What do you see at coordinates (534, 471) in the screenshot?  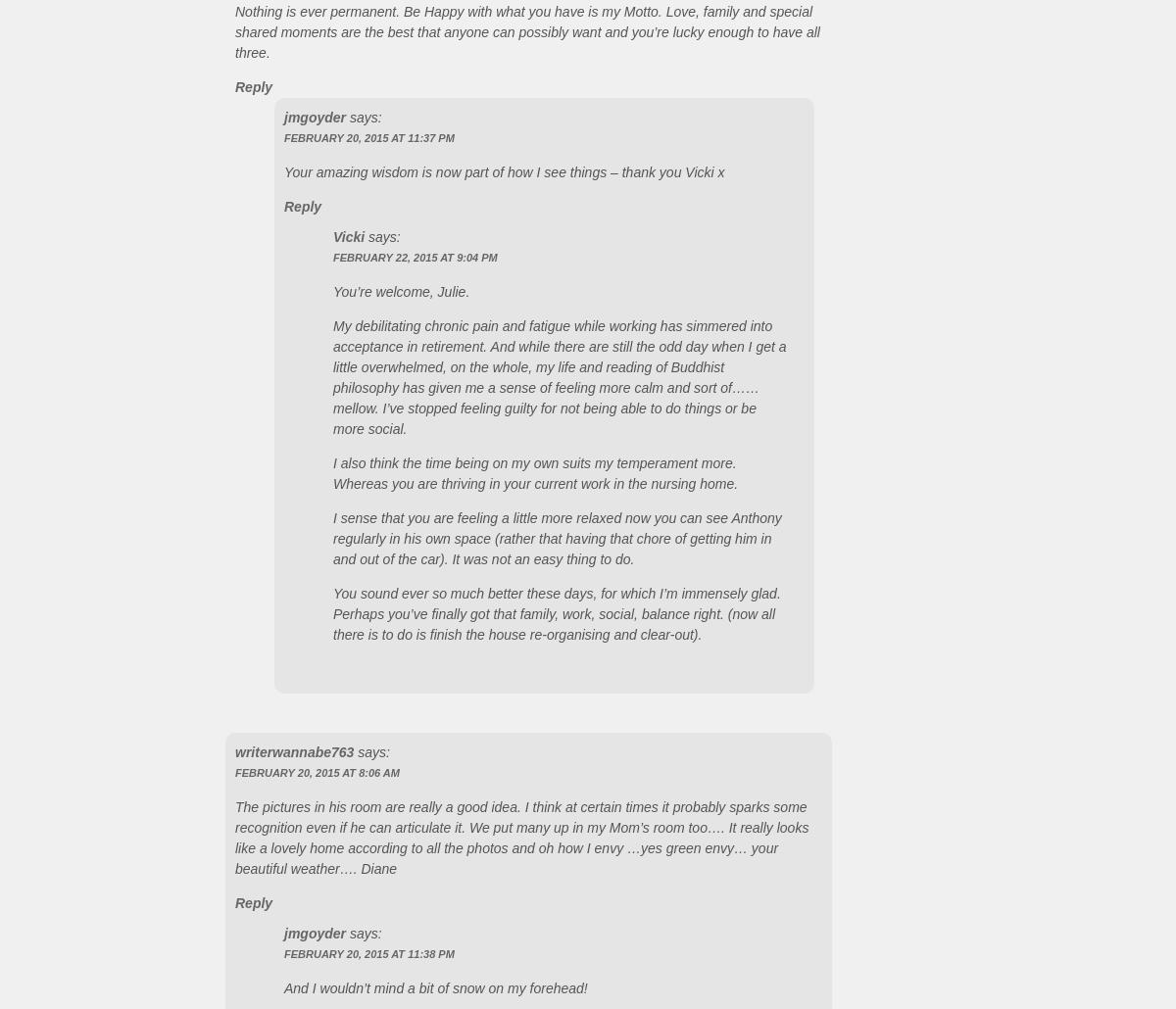 I see `'I also think the time being on my own suits my temperament more.  Whereas you are thriving in your current work in the nursing home.'` at bounding box center [534, 471].